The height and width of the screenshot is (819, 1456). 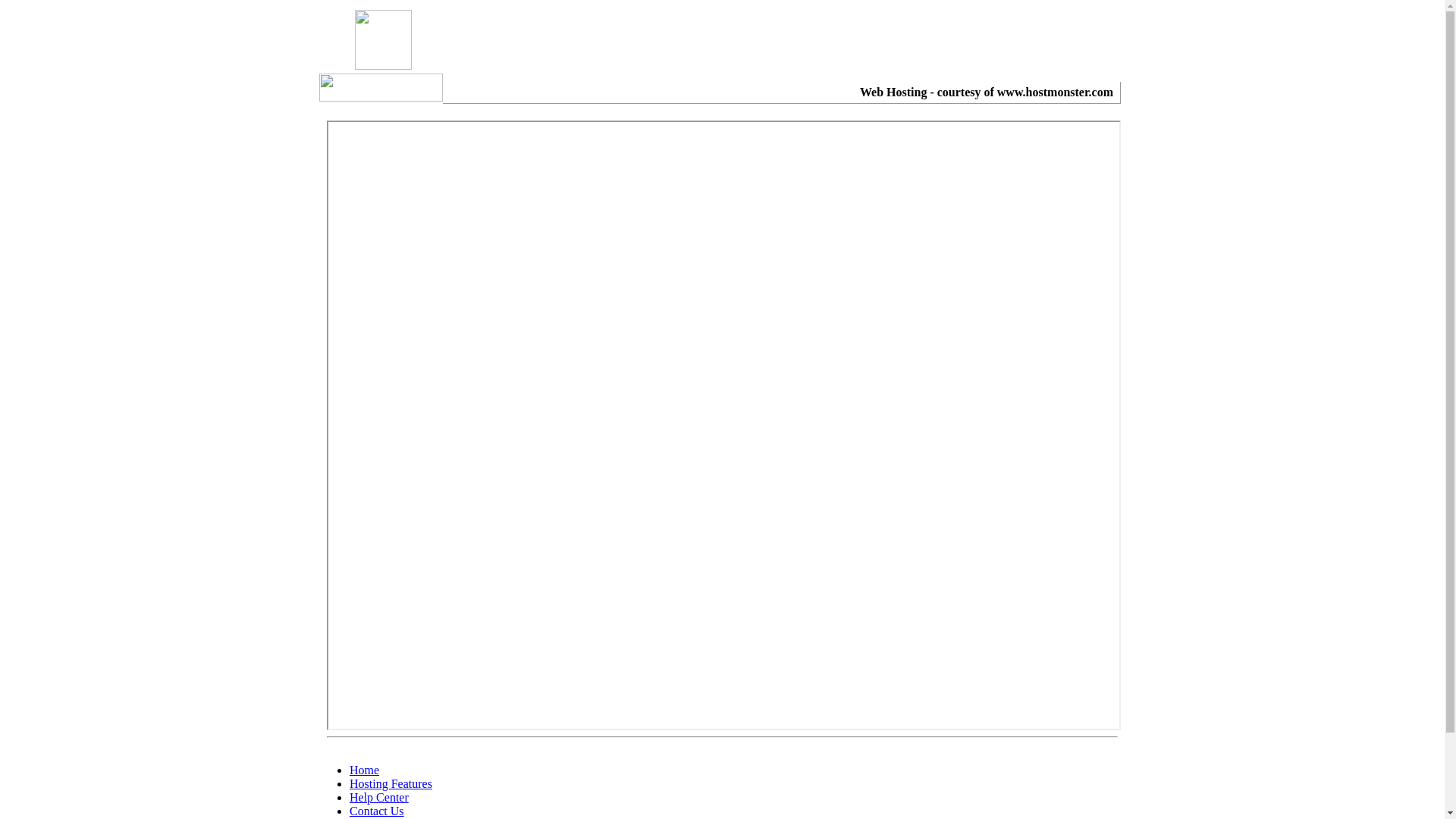 I want to click on 'Contact Us', so click(x=348, y=810).